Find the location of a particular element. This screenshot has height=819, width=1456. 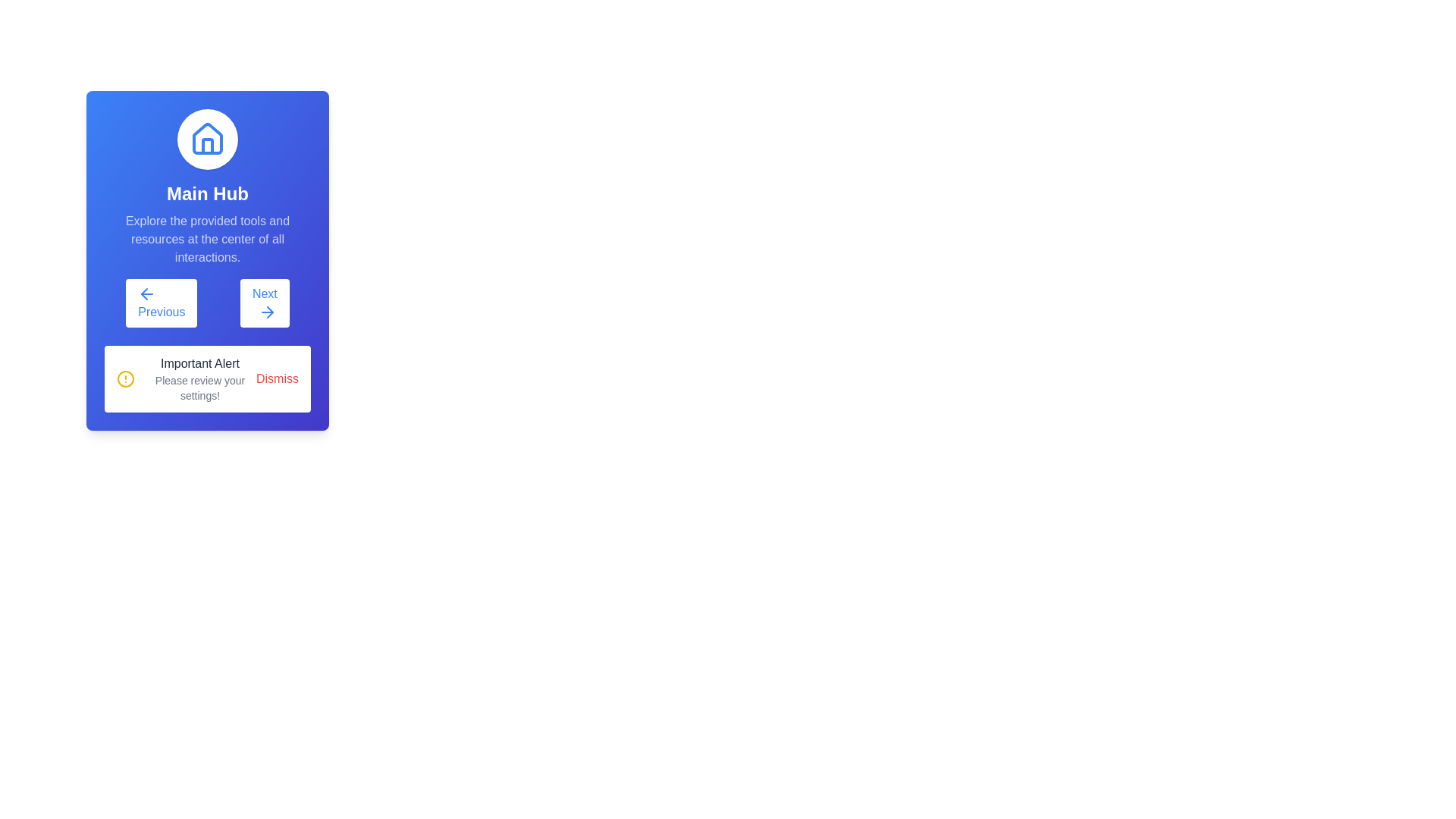

the graphical arrow icon representing the 'Next' button, which is located to the right of the 'Next' text, indicating forward navigation is located at coordinates (270, 312).